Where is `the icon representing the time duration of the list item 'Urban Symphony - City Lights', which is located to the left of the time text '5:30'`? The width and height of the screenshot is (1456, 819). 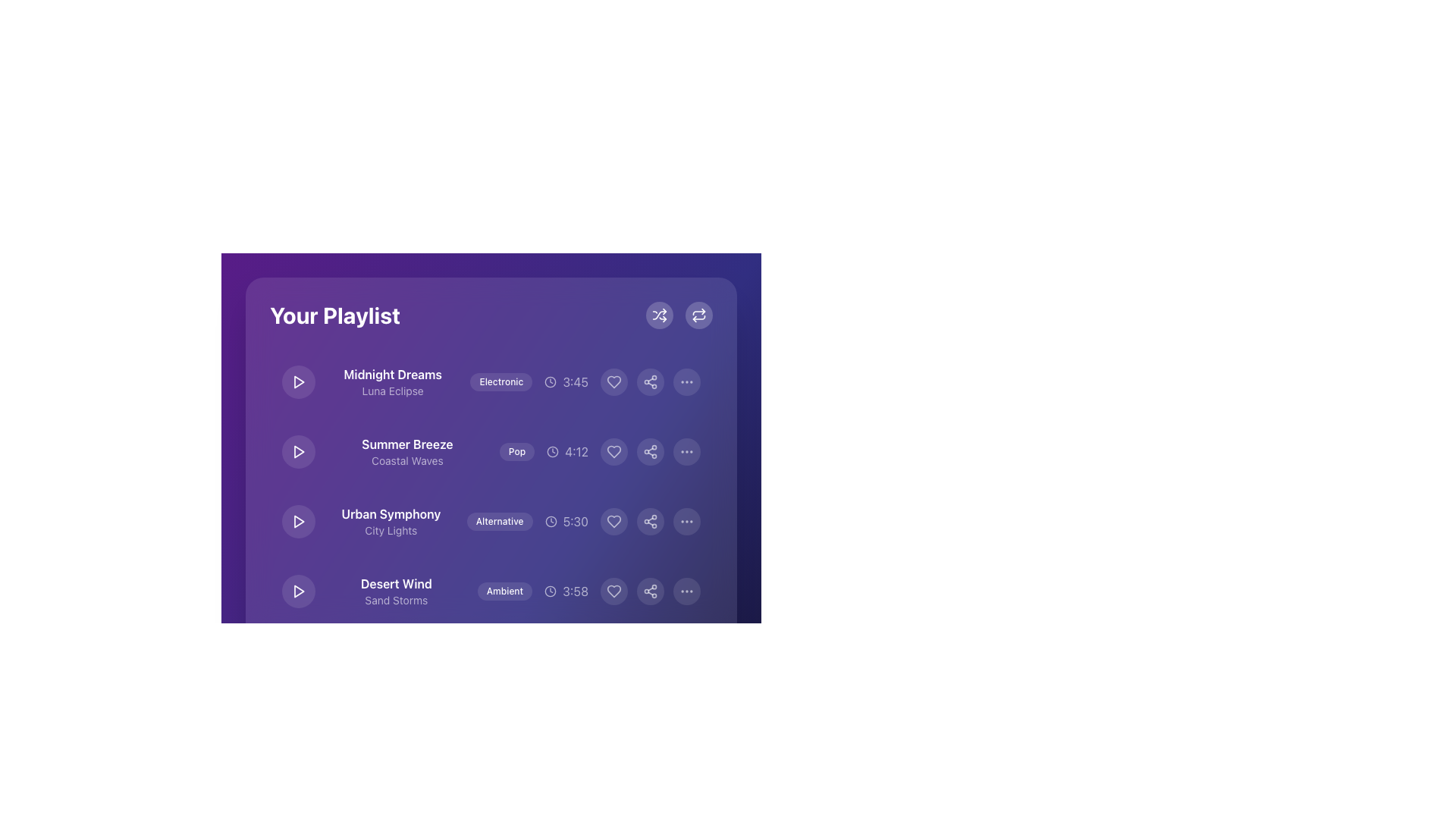
the icon representing the time duration of the list item 'Urban Symphony - City Lights', which is located to the left of the time text '5:30' is located at coordinates (550, 520).